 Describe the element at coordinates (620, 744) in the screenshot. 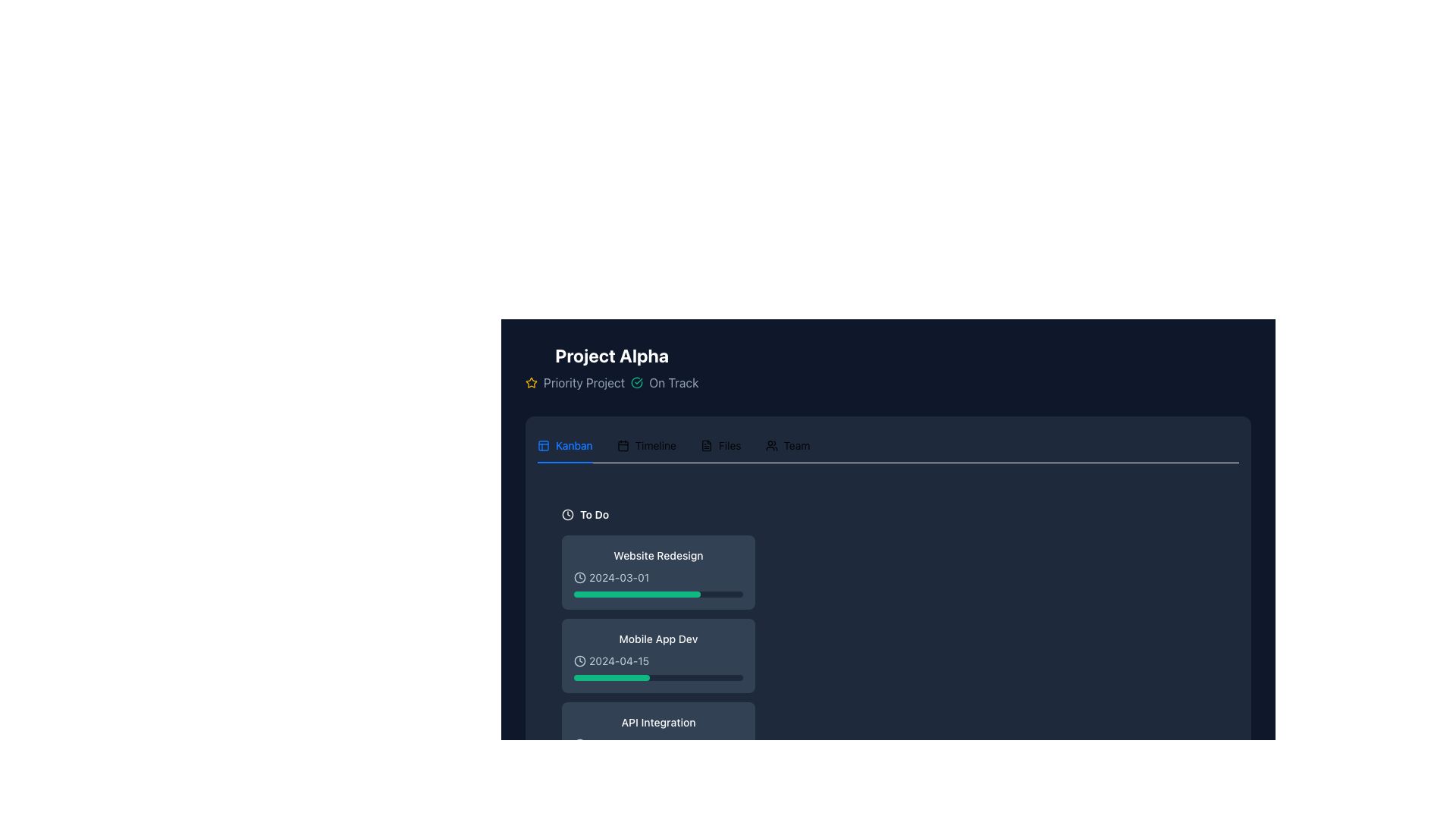

I see `the static text label displaying the date '2024-03-20', which is located under the 'API Integration' card in the 'To Do' section of the 'Kanban' view` at that location.